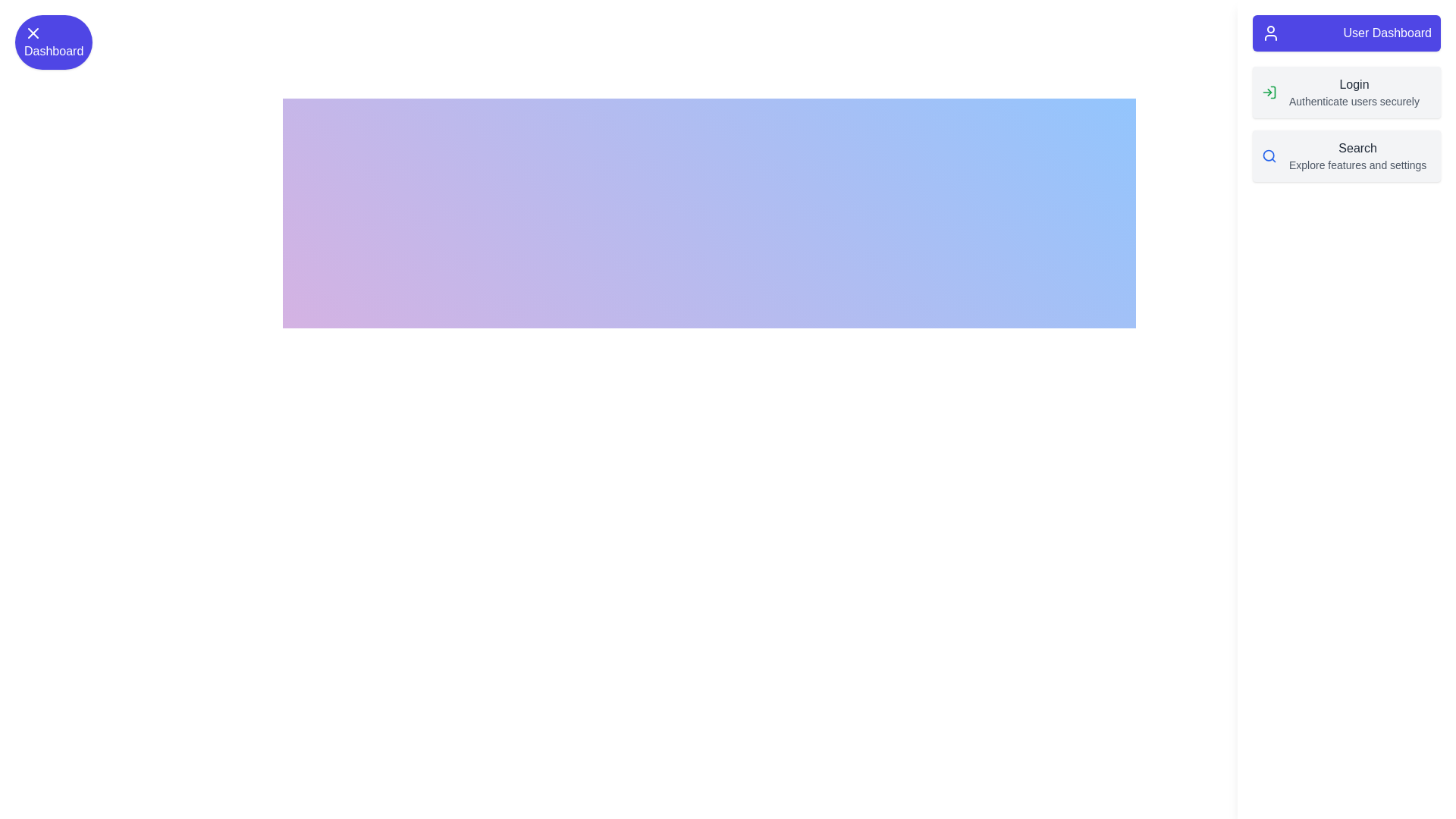  I want to click on the 'Search' option in the UserDashboardDrawer, so click(1269, 155).